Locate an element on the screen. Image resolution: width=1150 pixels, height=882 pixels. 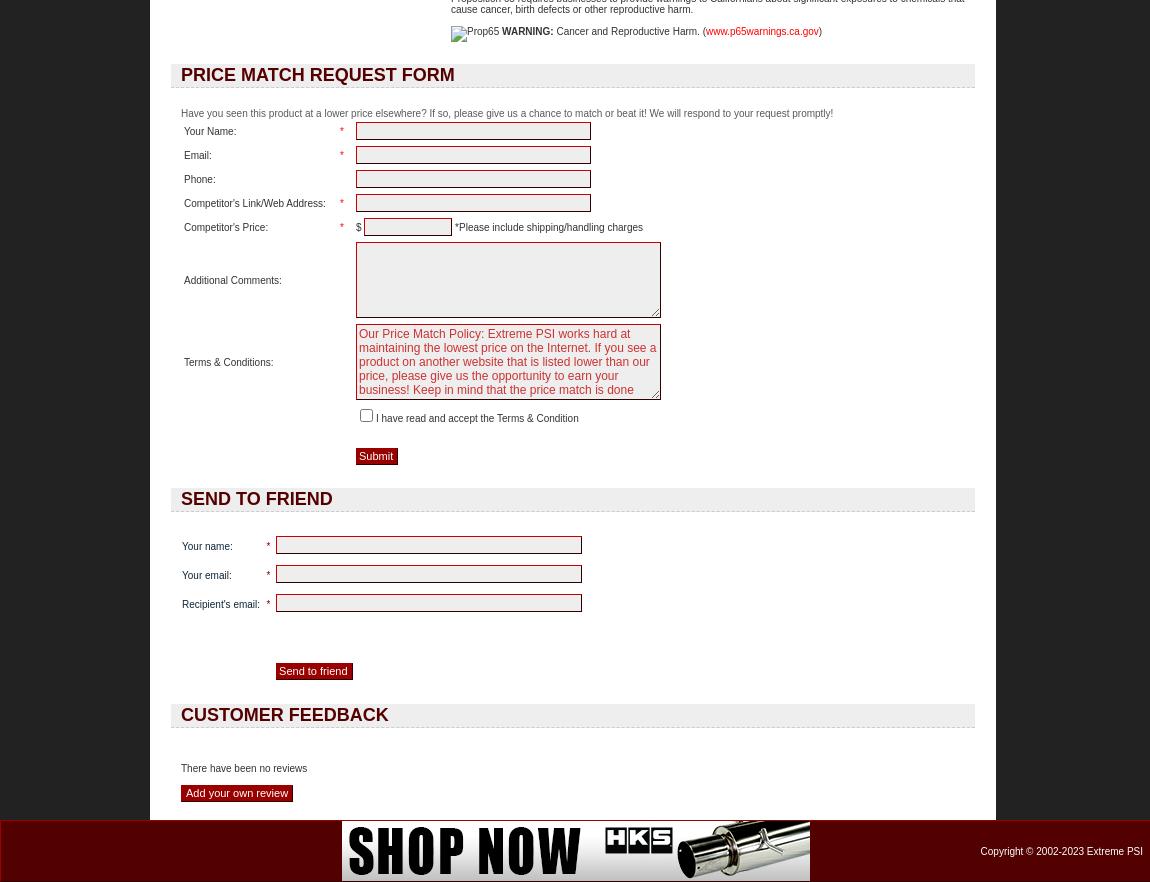
'WARNING:' is located at coordinates (501, 31).